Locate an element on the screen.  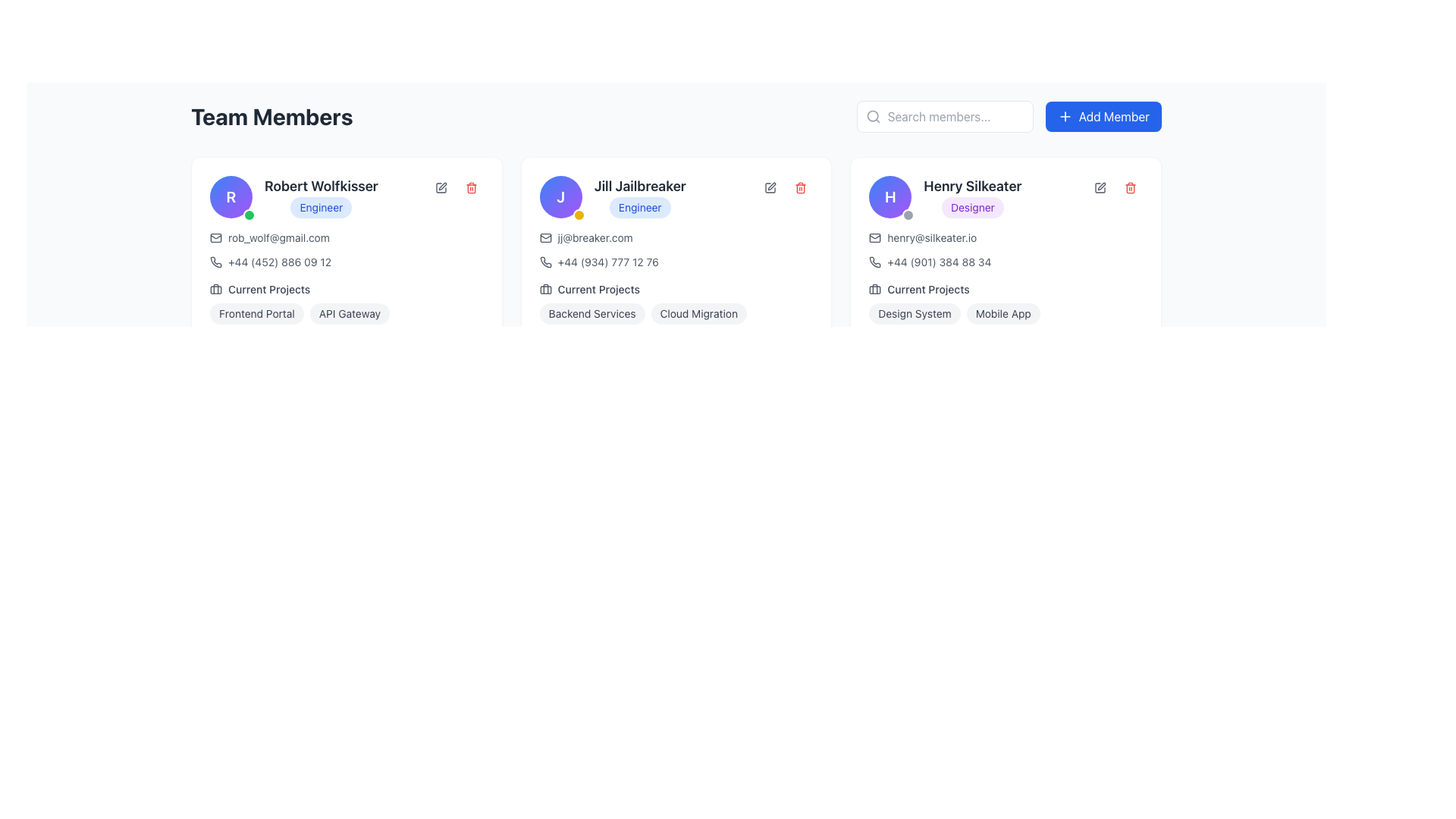
the text label reading 'Jill Jailbreaker', which is styled in bold and located at the top-center of the profile card is located at coordinates (640, 186).